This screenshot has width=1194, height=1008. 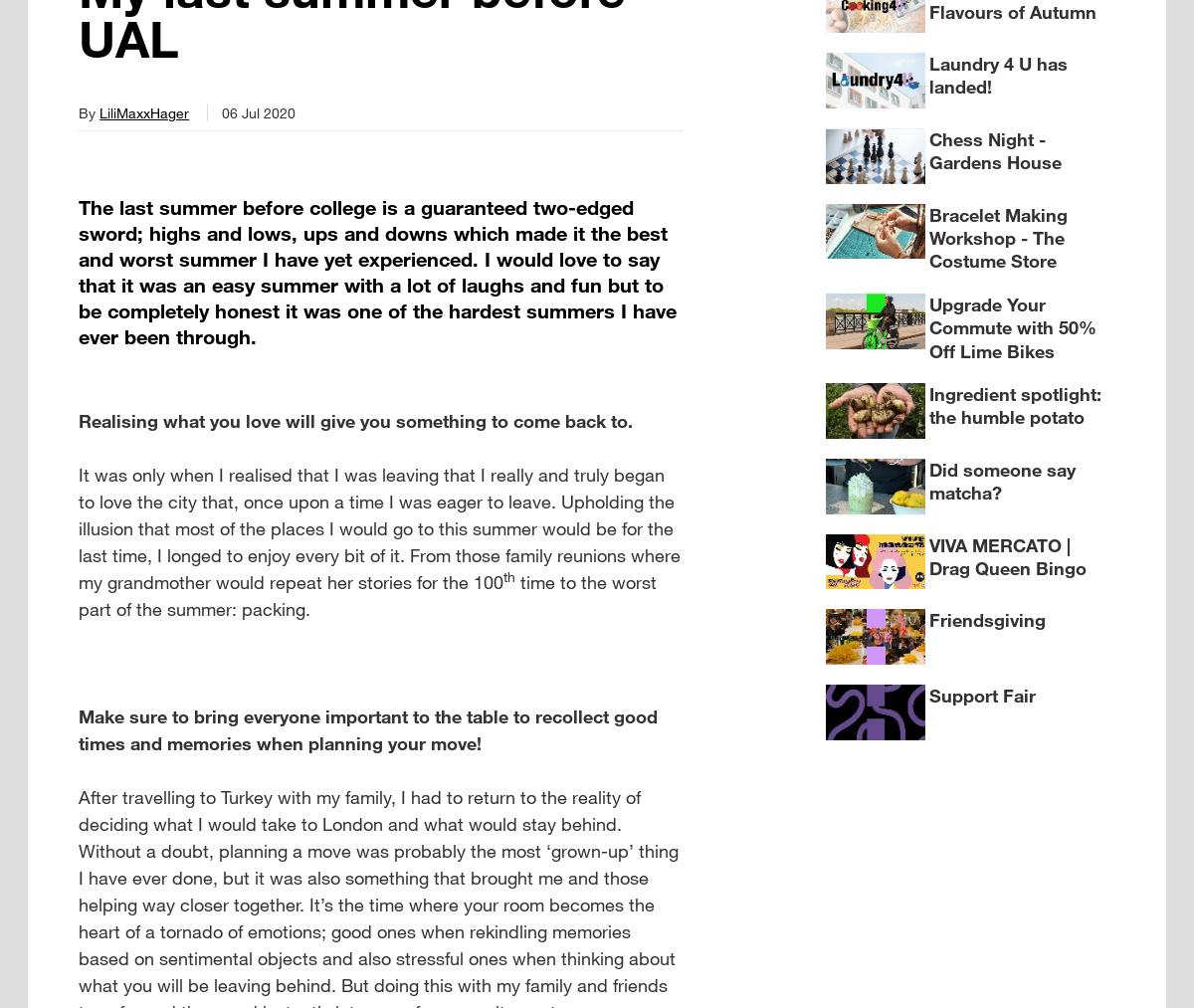 I want to click on 'what you love will give you something to come back to.', so click(x=395, y=419).